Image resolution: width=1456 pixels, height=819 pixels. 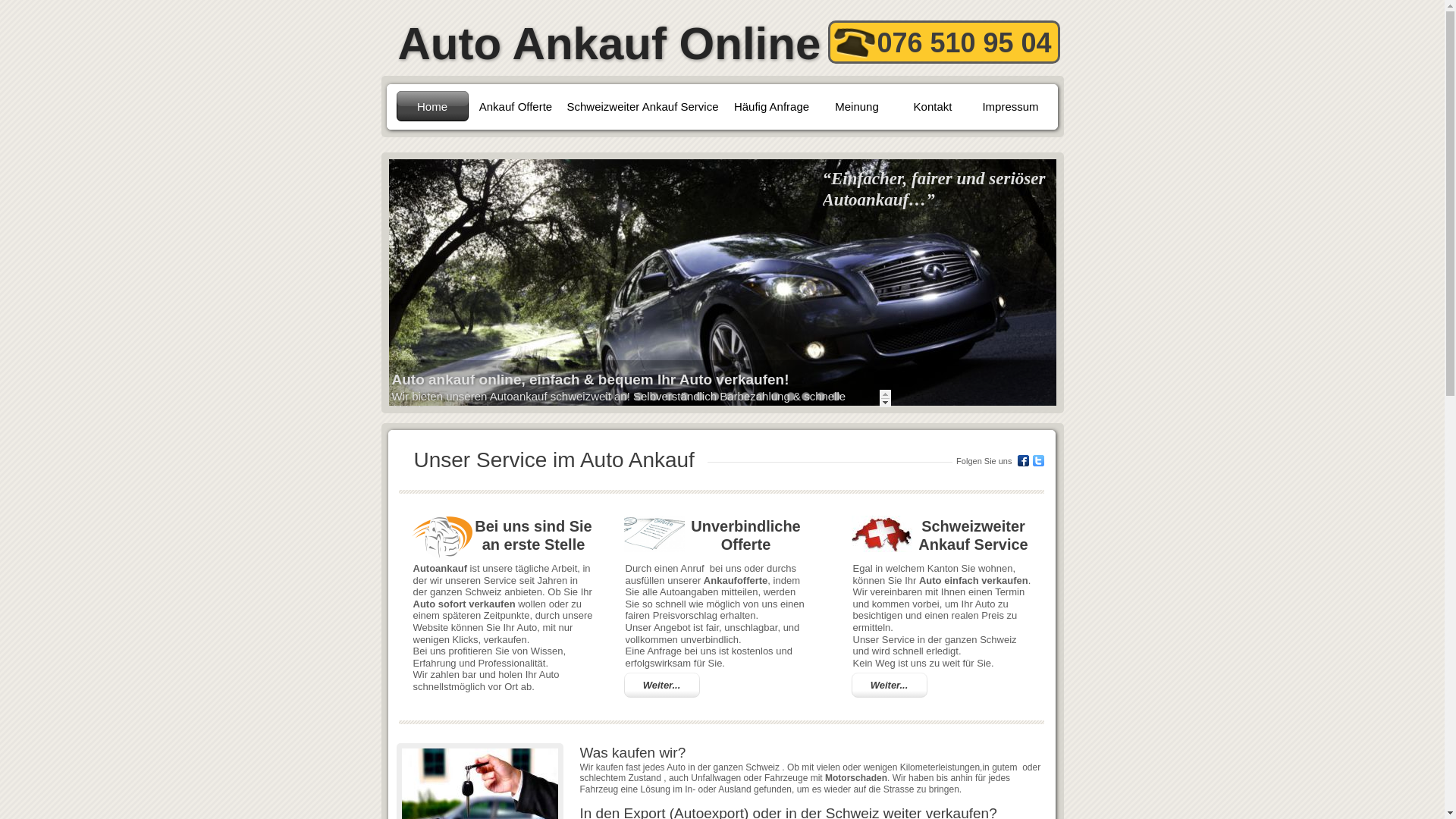 What do you see at coordinates (1009, 105) in the screenshot?
I see `'Impressum'` at bounding box center [1009, 105].